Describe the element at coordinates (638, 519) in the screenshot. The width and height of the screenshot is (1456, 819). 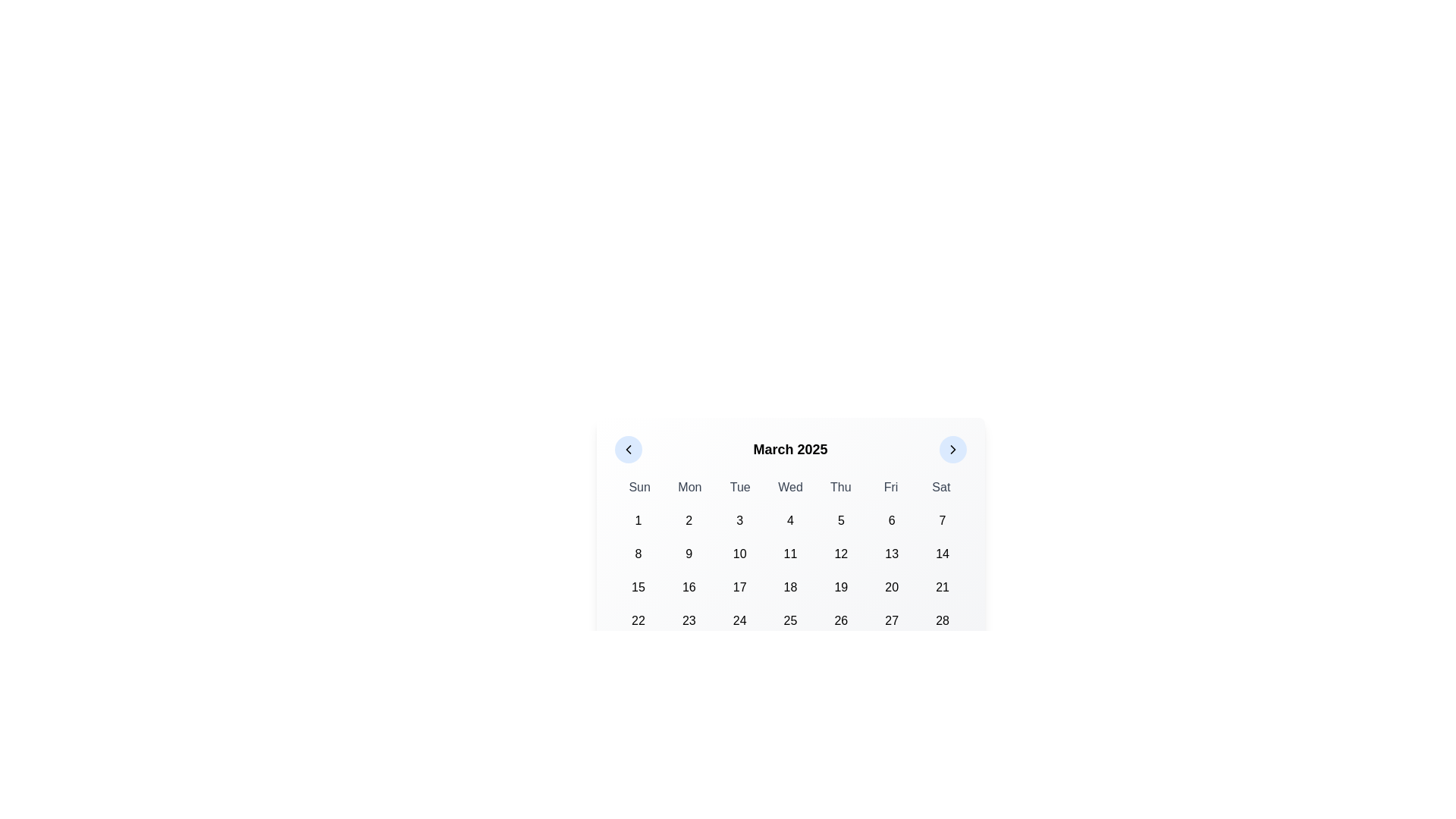
I see `the first button in the calendar grid located under the 'Sun' header` at that location.